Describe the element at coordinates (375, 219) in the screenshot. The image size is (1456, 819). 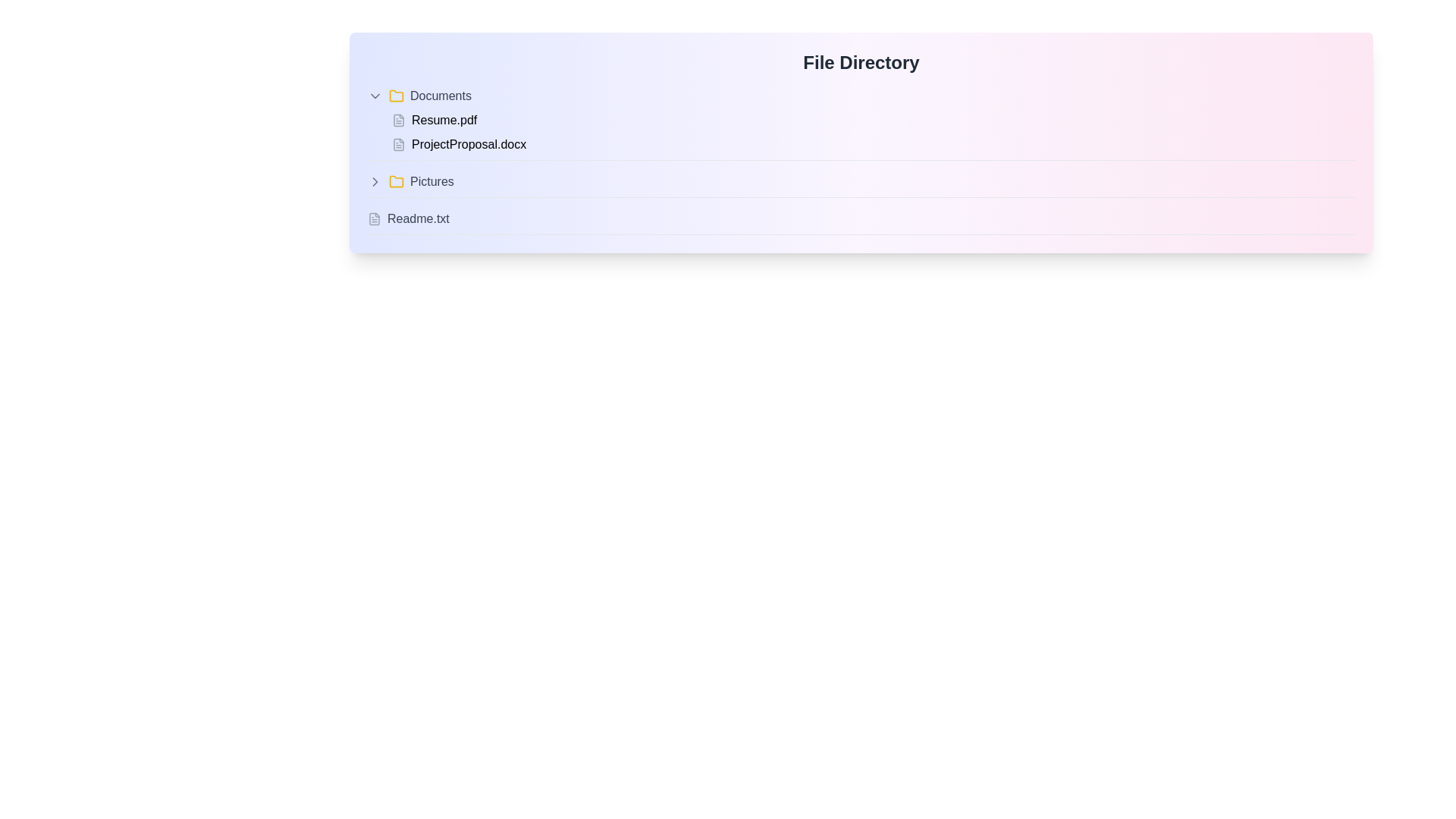
I see `the document icon representing 'Readme.txt' under the 'Pictures' folder, which is styled in light gray tones and has a folded corner design` at that location.